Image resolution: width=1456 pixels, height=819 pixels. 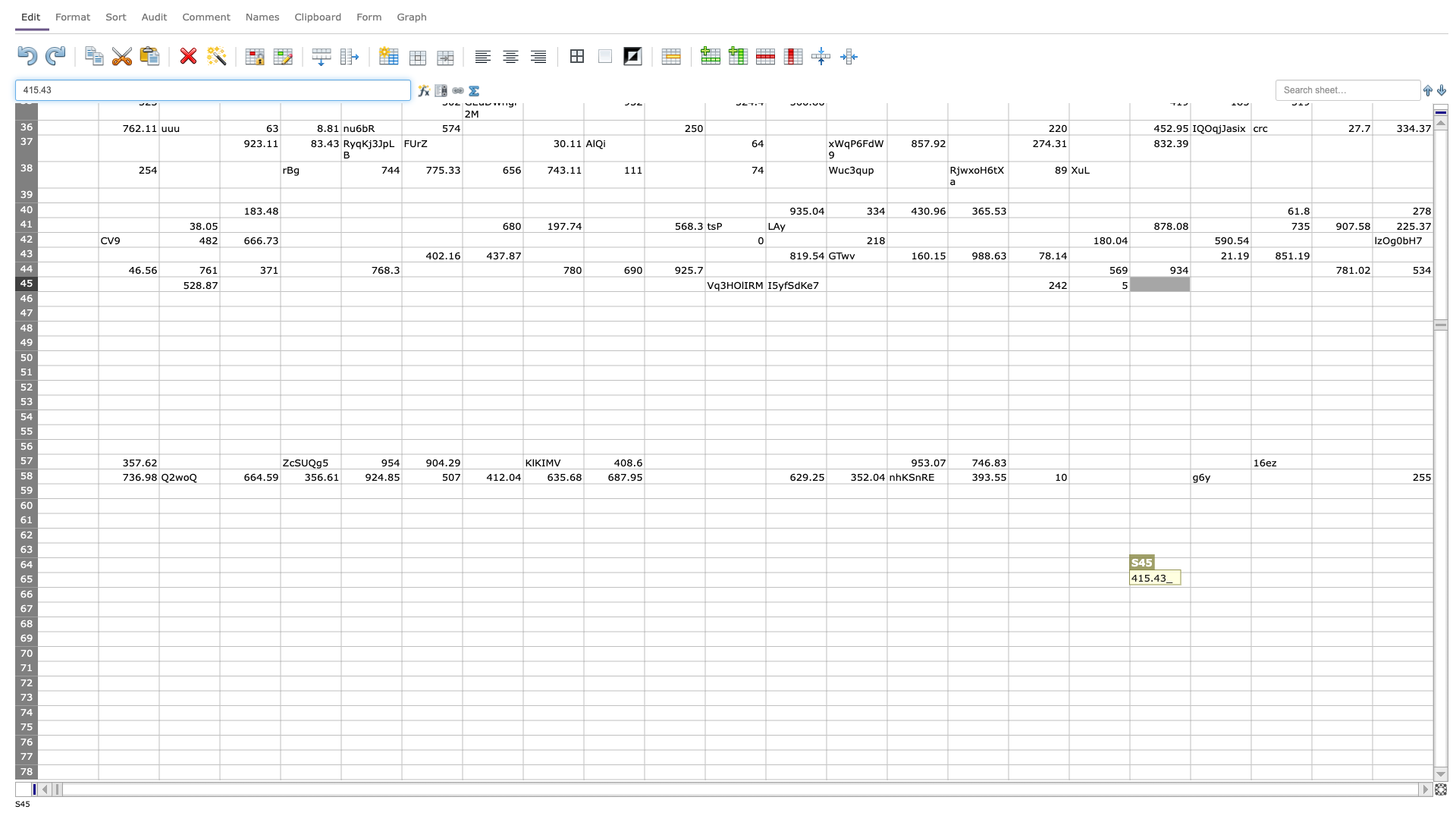 I want to click on Fill handle point of U-65, so click(x=1310, y=586).